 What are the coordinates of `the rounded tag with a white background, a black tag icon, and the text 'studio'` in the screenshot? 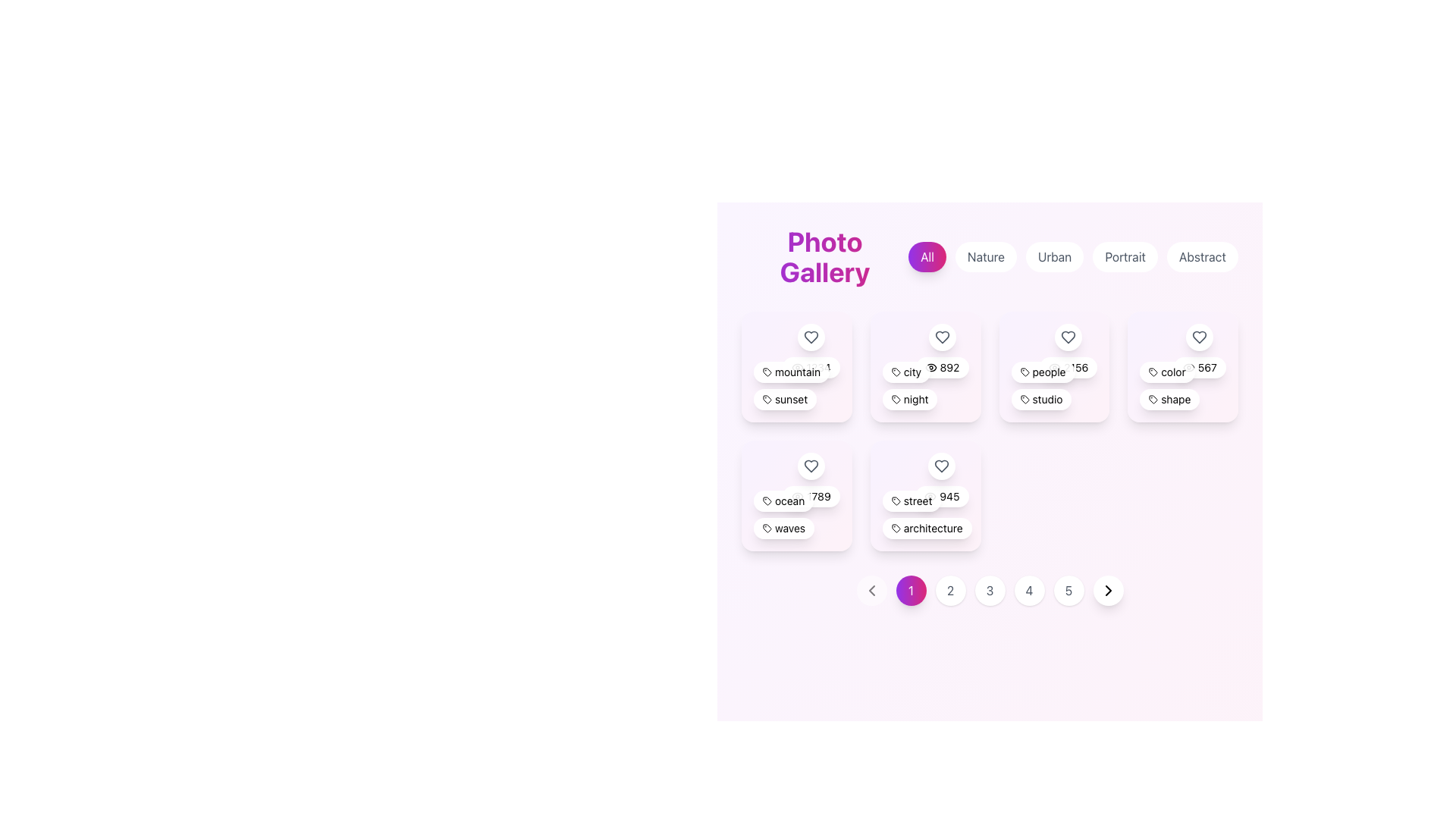 It's located at (1040, 398).